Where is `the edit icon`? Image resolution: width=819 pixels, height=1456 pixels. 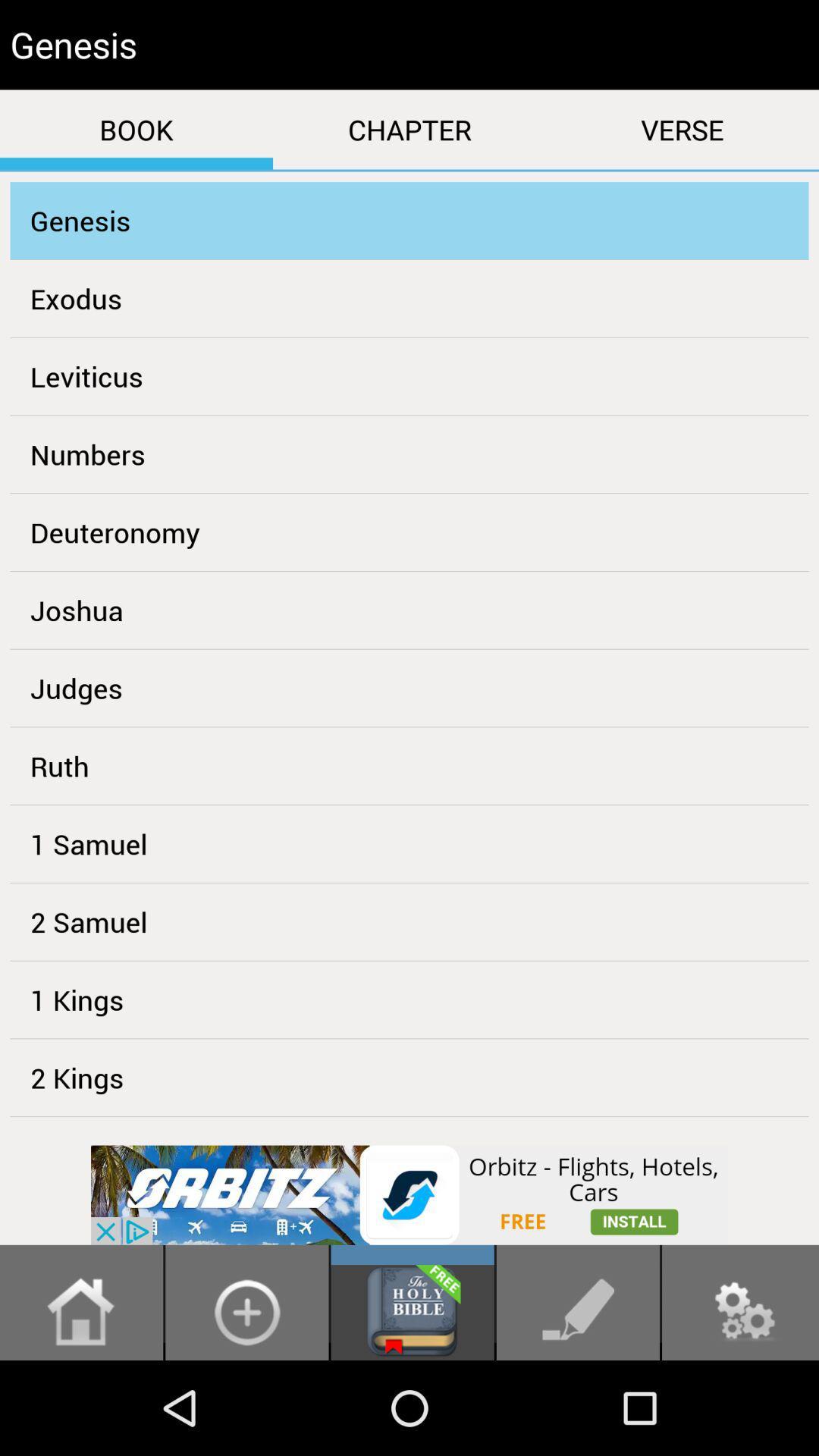 the edit icon is located at coordinates (578, 1404).